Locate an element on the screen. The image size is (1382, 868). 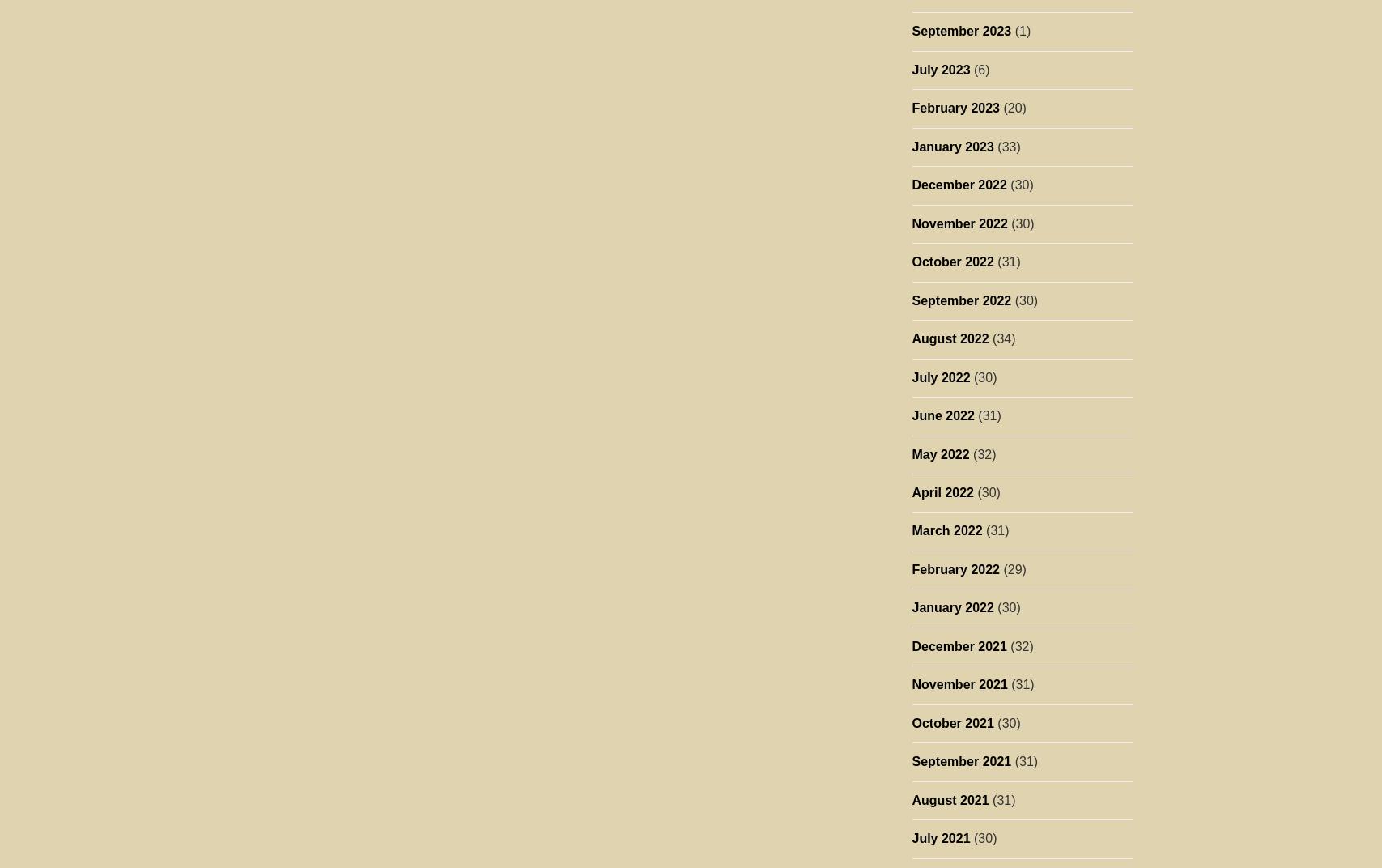
'(6)' is located at coordinates (978, 69).